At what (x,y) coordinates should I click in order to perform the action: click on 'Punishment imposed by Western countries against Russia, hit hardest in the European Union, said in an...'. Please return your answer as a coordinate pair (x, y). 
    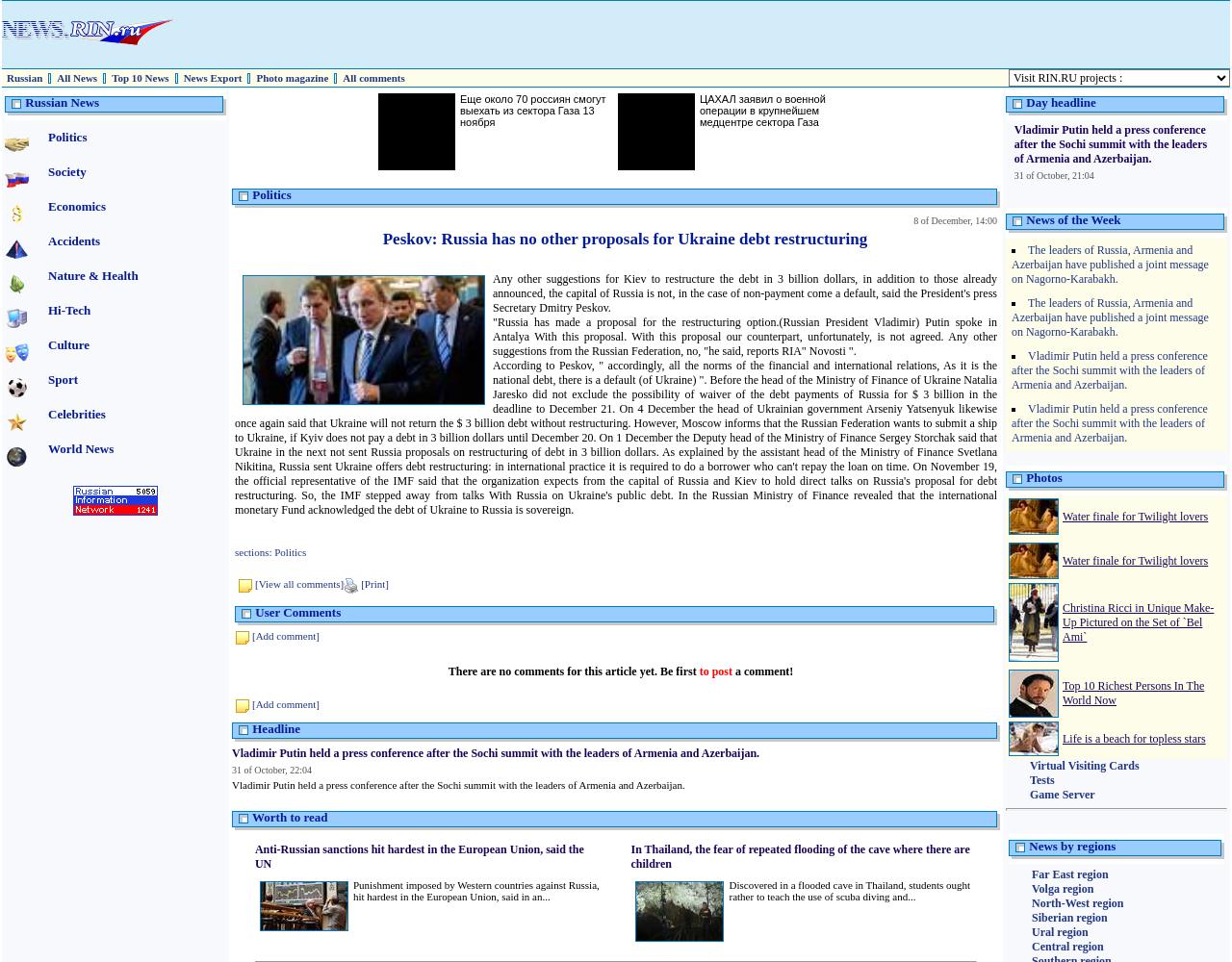
    Looking at the image, I should click on (475, 891).